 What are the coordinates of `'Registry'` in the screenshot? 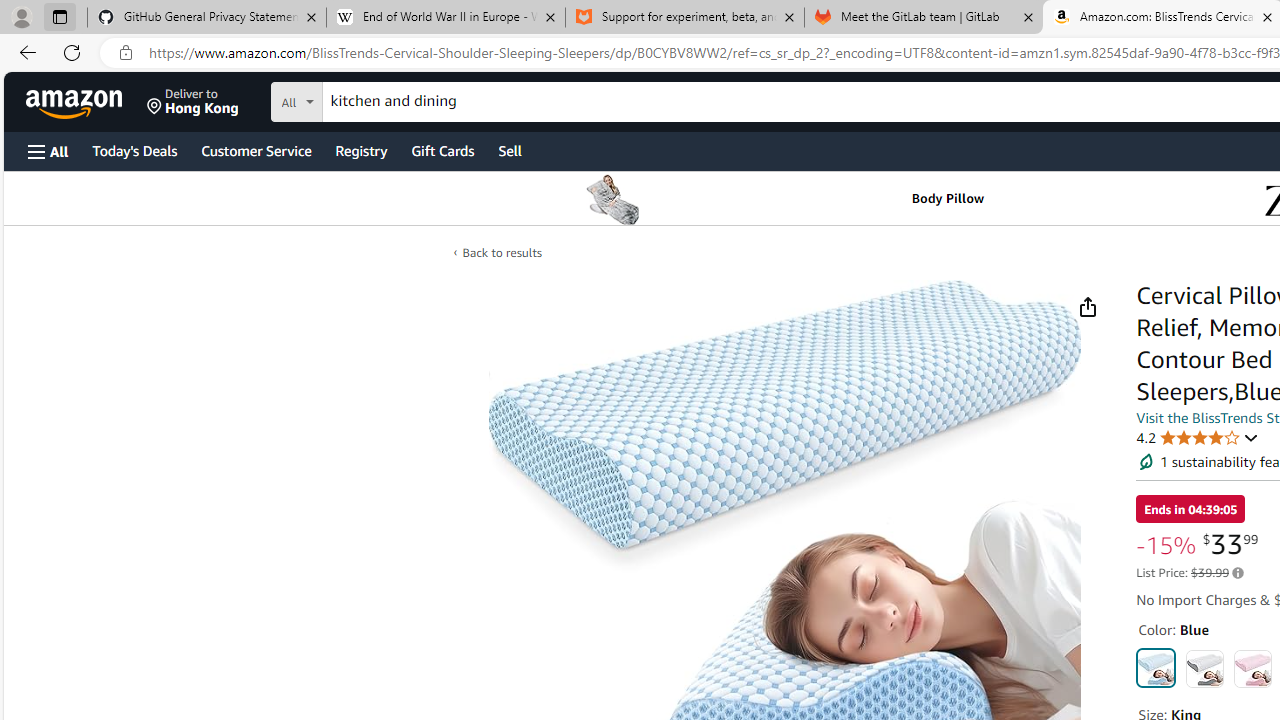 It's located at (360, 149).